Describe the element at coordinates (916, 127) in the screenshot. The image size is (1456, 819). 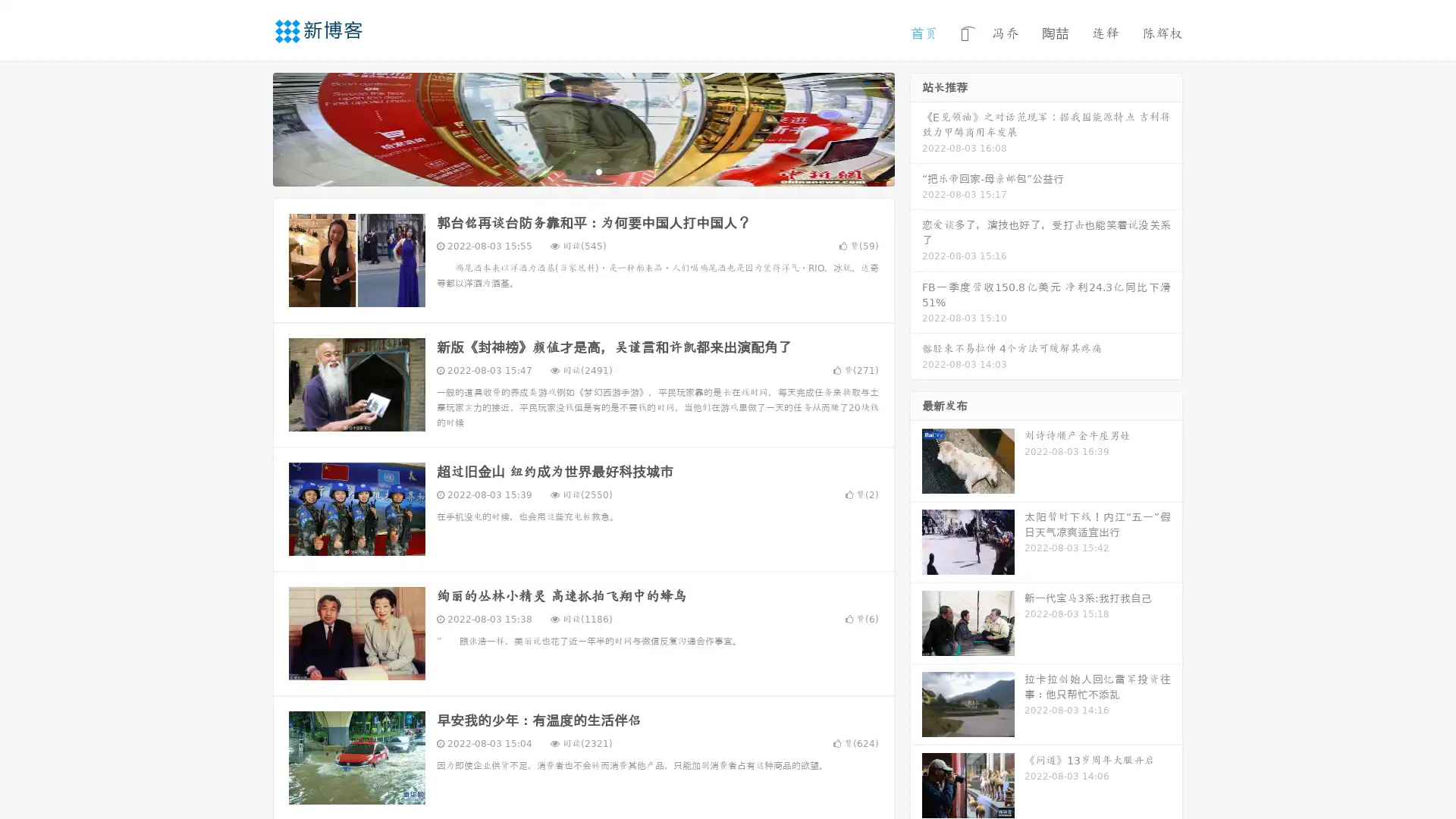
I see `Next slide` at that location.